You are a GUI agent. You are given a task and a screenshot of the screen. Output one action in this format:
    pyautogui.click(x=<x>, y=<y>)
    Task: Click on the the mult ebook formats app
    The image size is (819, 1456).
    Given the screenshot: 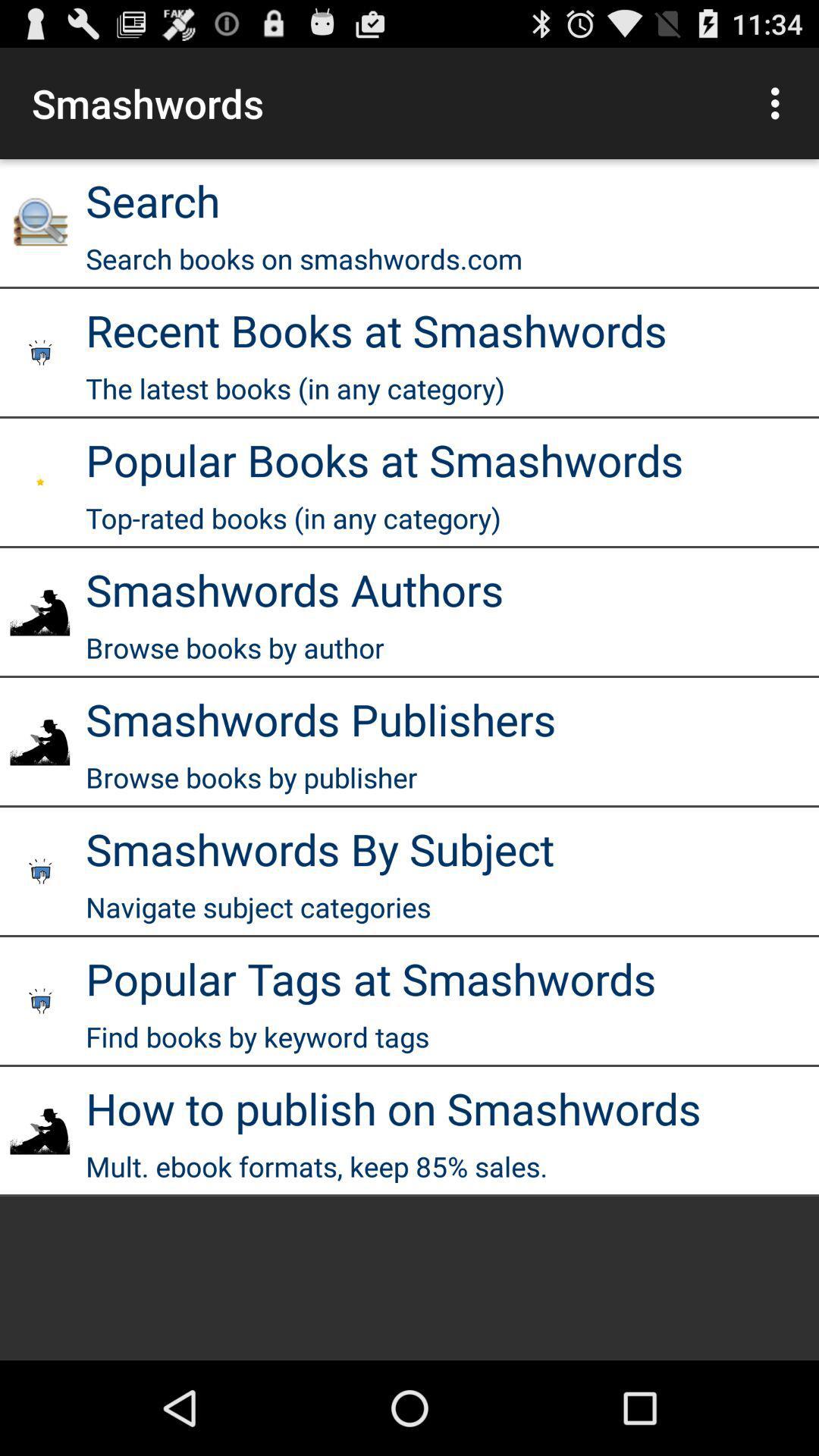 What is the action you would take?
    pyautogui.click(x=315, y=1166)
    